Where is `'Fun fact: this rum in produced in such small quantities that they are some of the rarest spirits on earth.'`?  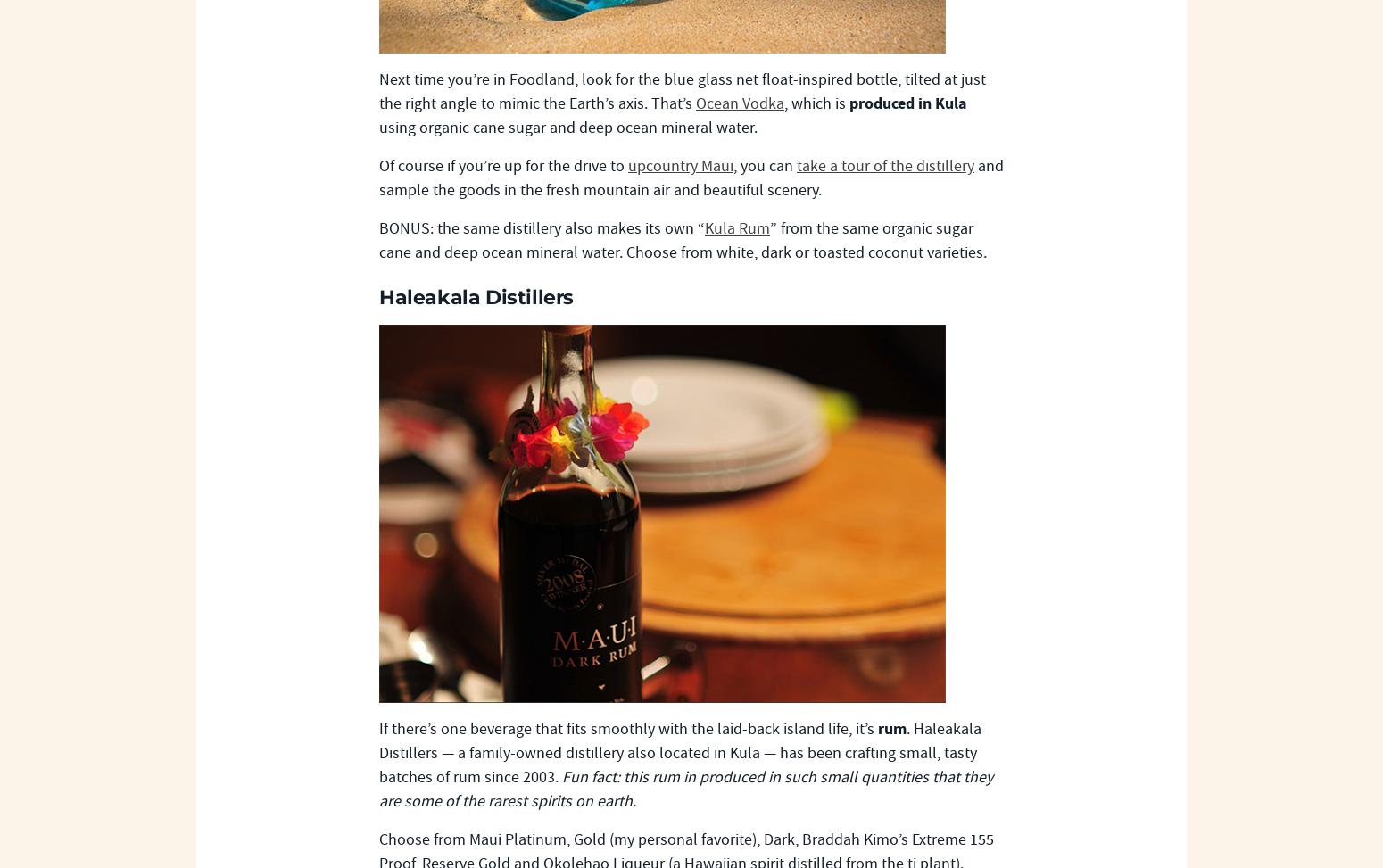
'Fun fact: this rum in produced in such small quantities that they are some of the rarest spirits on earth.' is located at coordinates (685, 788).